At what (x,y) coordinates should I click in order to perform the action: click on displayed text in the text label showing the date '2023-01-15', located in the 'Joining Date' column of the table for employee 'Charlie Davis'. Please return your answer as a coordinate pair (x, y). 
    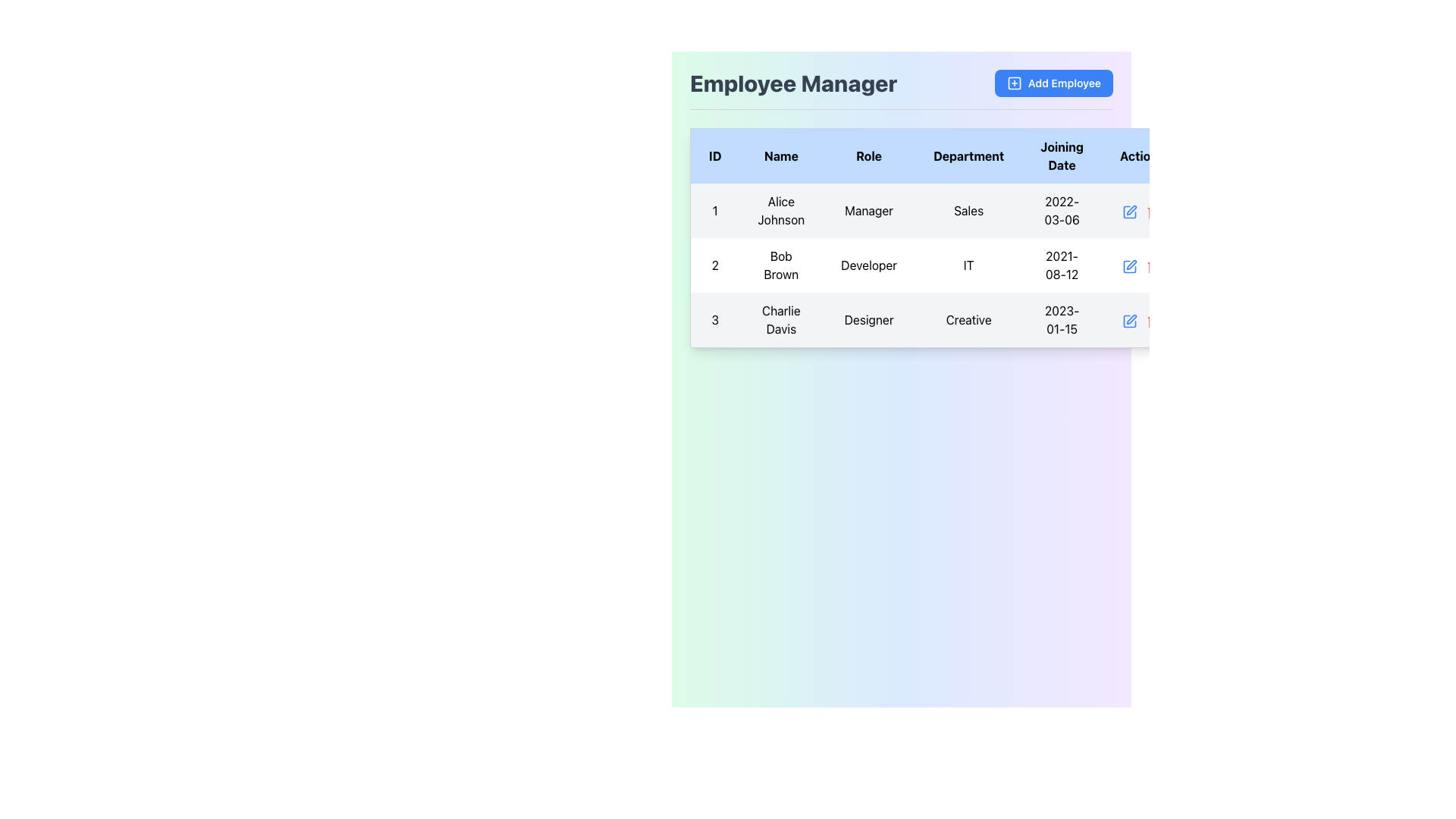
    Looking at the image, I should click on (1061, 319).